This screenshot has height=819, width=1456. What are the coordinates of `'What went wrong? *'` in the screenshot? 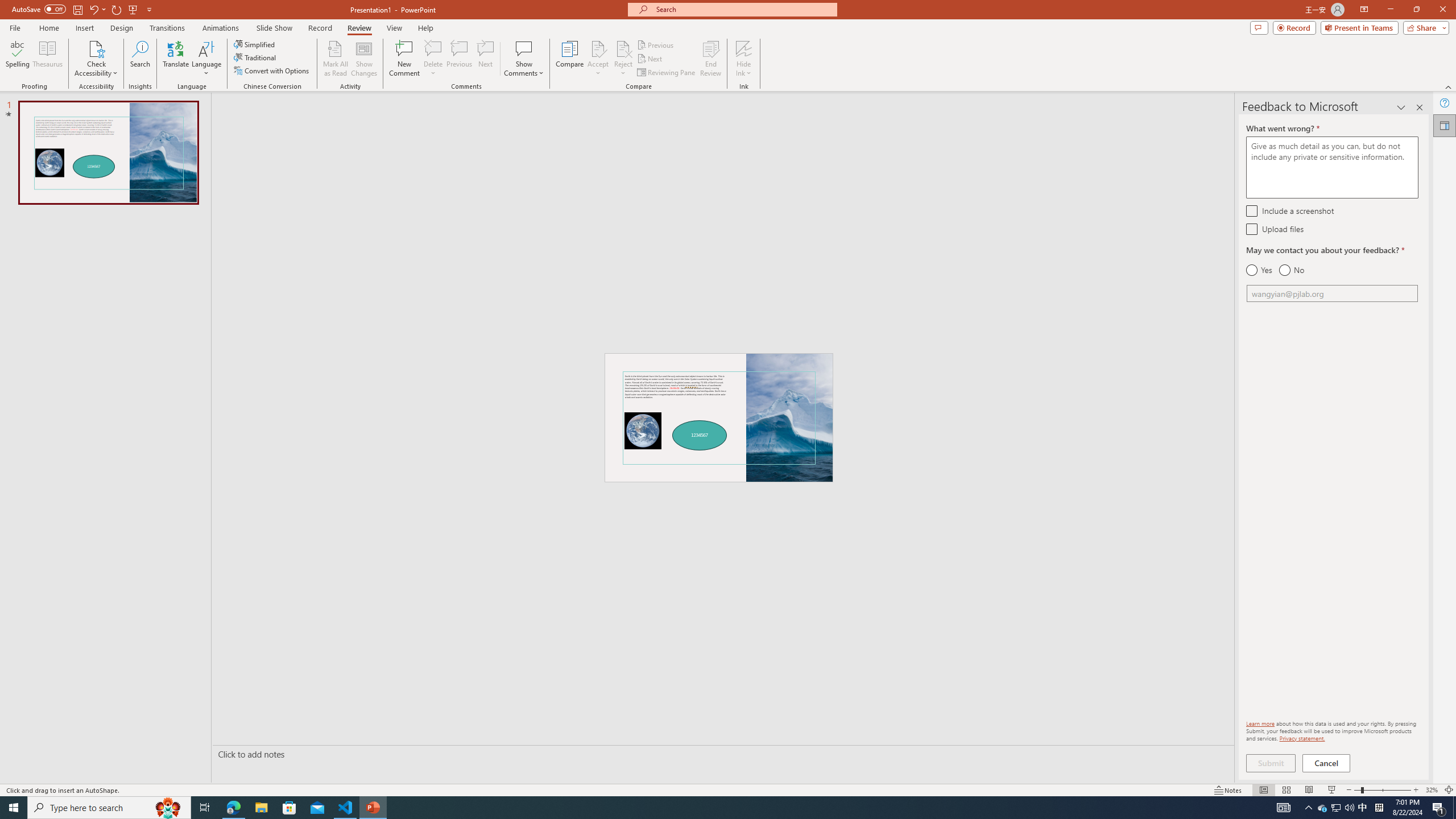 It's located at (1331, 167).